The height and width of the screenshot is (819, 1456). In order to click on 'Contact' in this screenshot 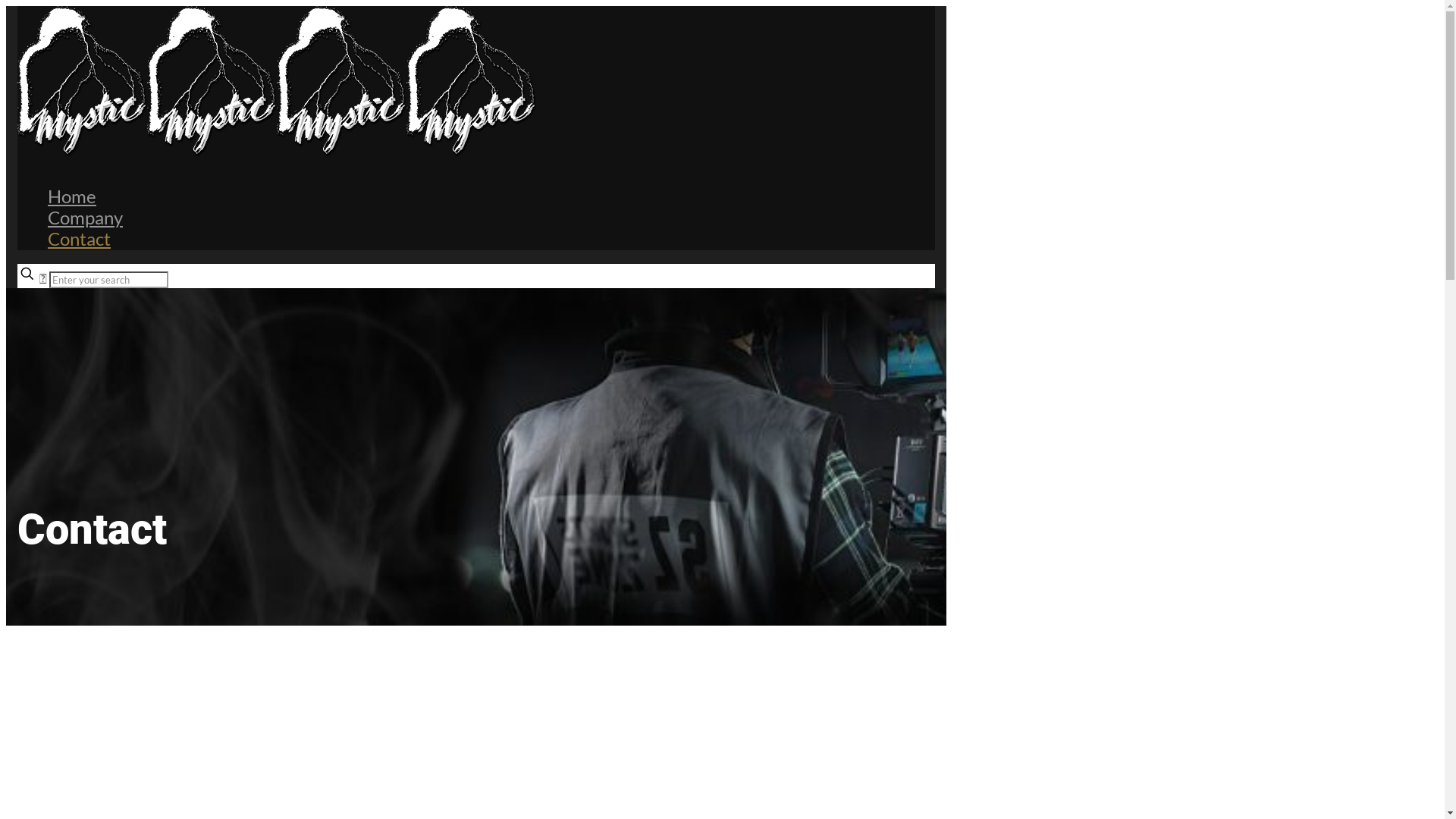, I will do `click(47, 238)`.